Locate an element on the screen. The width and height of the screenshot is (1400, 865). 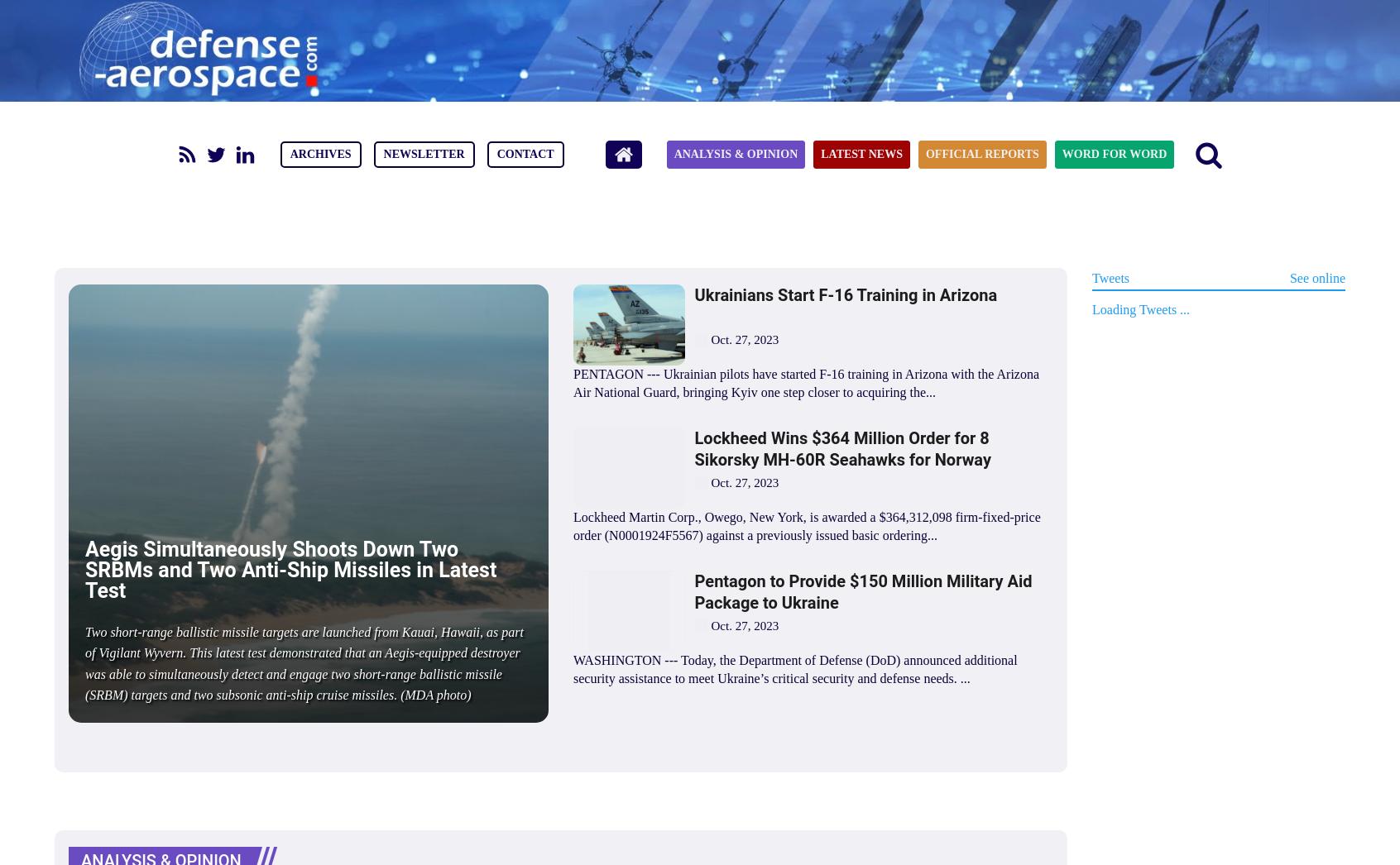
'Latest news' is located at coordinates (860, 154).